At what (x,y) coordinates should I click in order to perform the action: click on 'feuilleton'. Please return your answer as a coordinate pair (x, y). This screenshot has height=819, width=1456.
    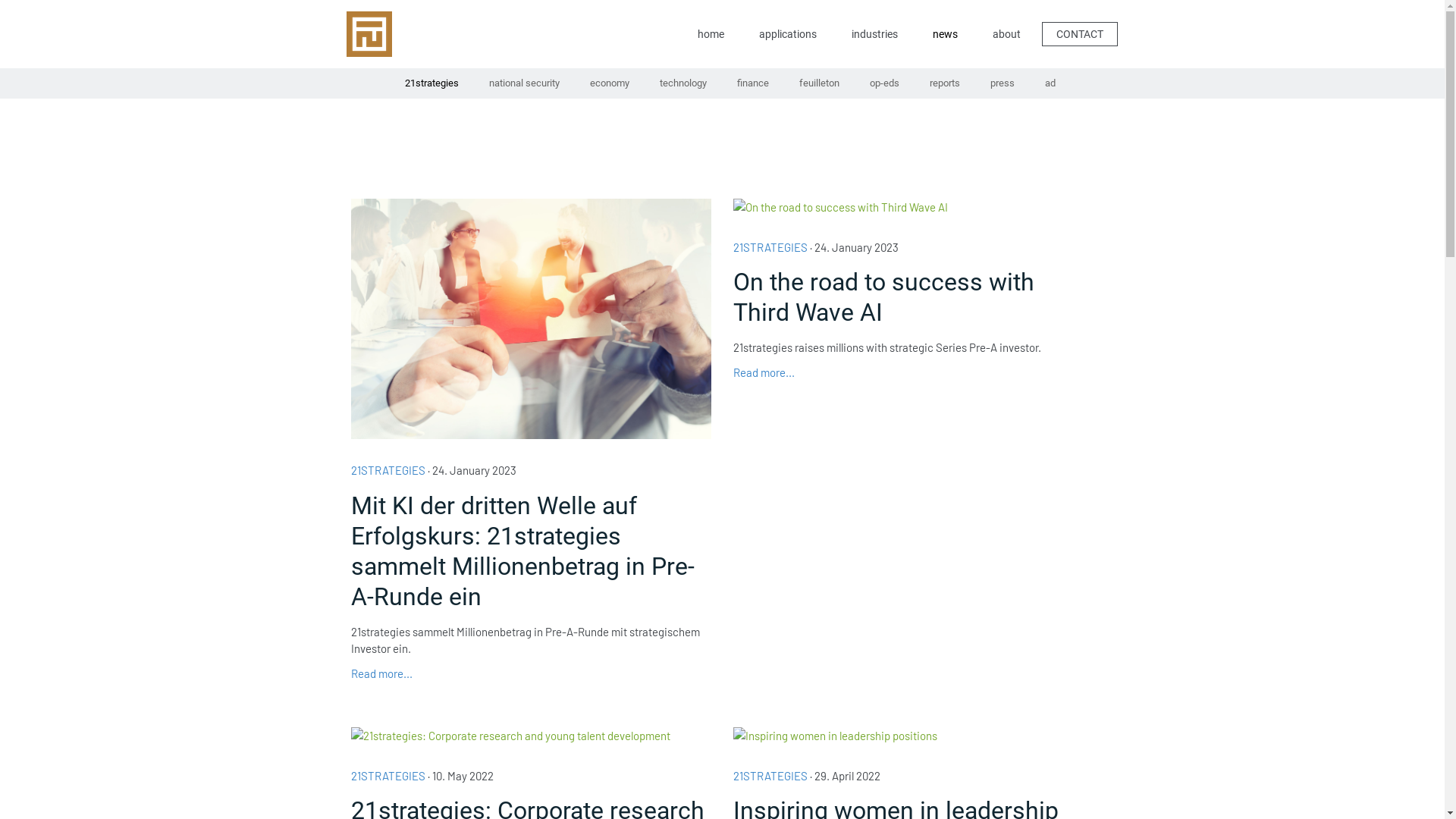
    Looking at the image, I should click on (818, 83).